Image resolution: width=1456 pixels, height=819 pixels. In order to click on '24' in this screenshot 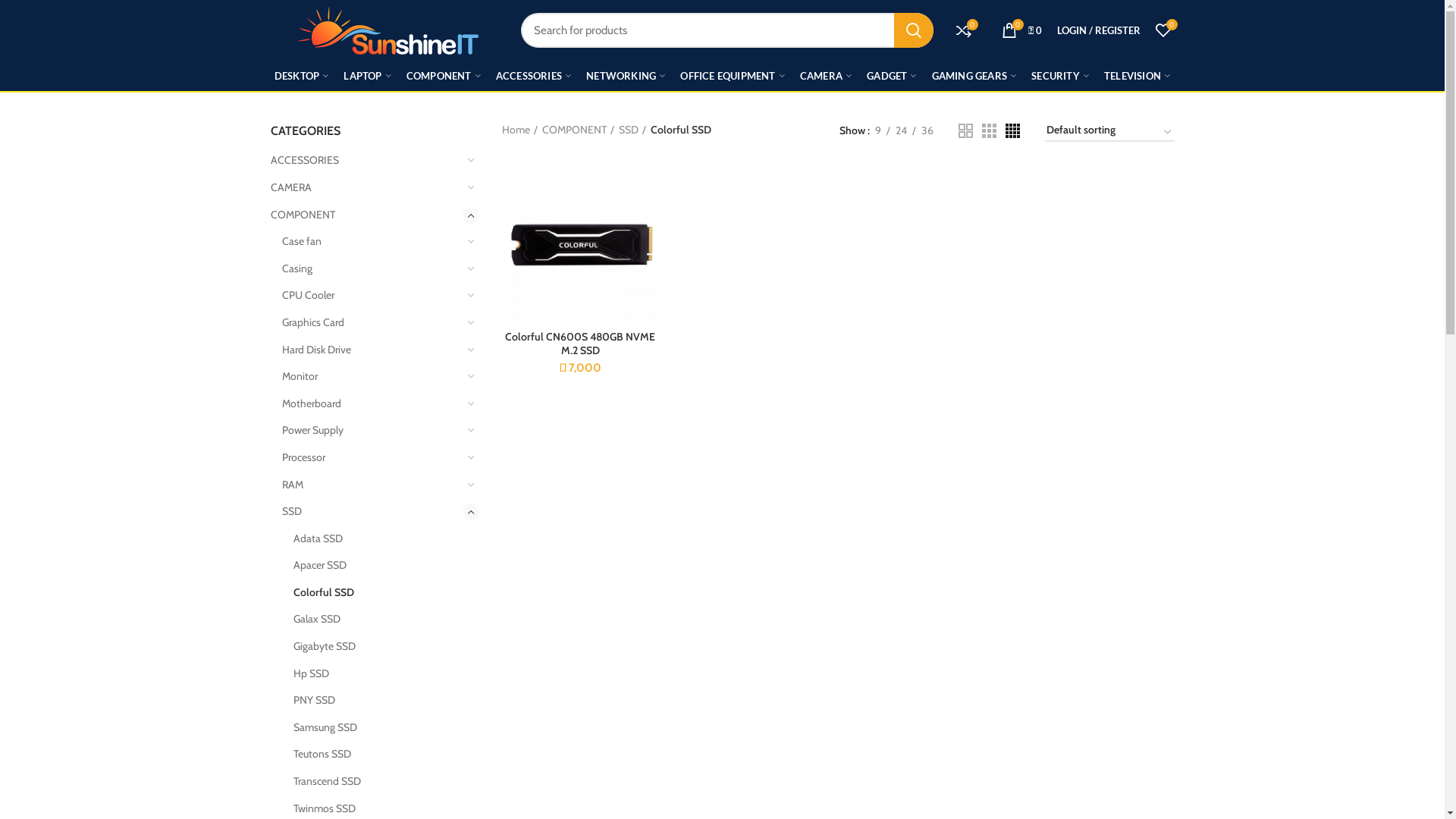, I will do `click(901, 130)`.